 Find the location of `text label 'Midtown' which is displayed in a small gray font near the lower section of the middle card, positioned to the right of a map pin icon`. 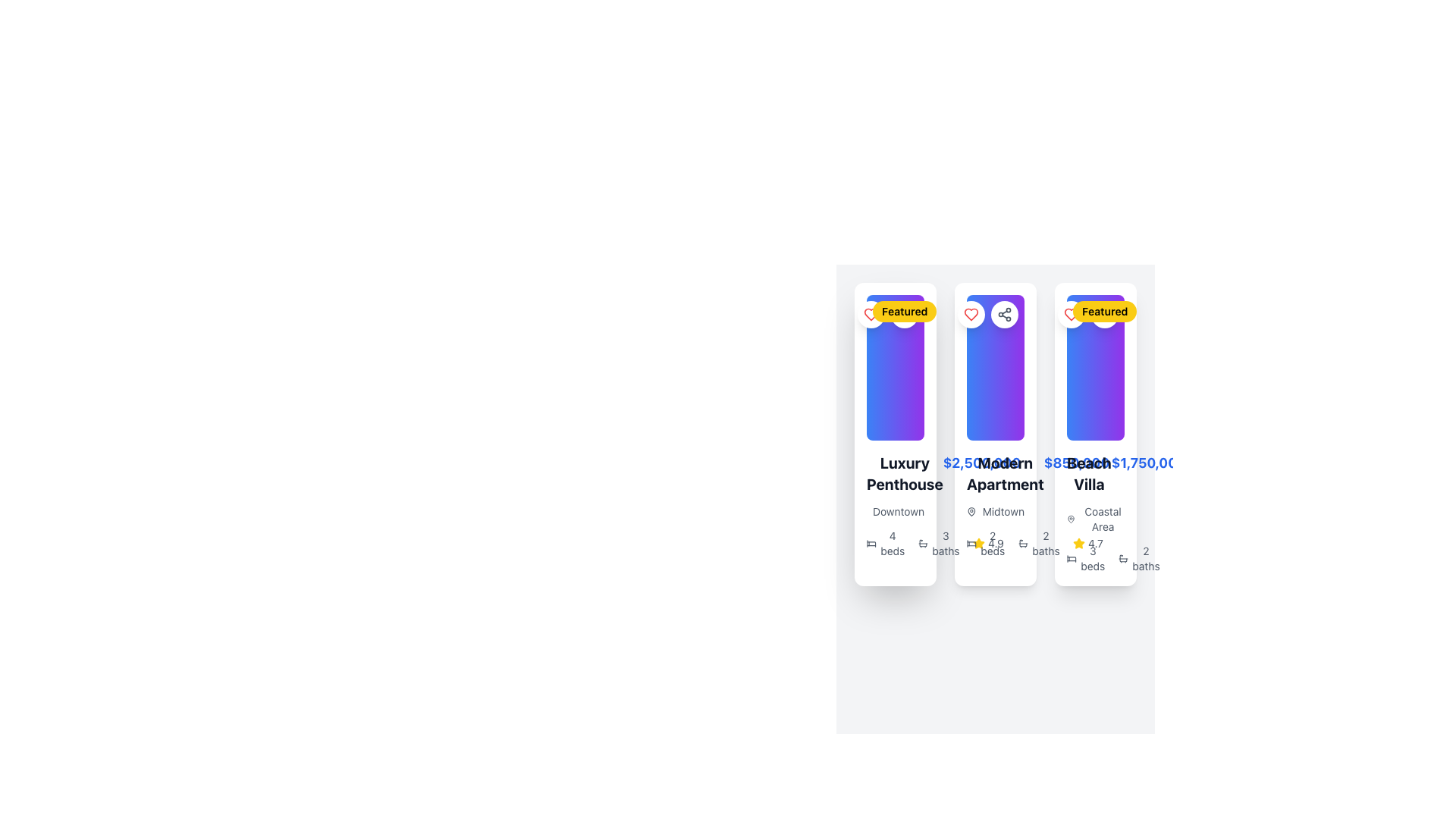

text label 'Midtown' which is displayed in a small gray font near the lower section of the middle card, positioned to the right of a map pin icon is located at coordinates (1003, 512).